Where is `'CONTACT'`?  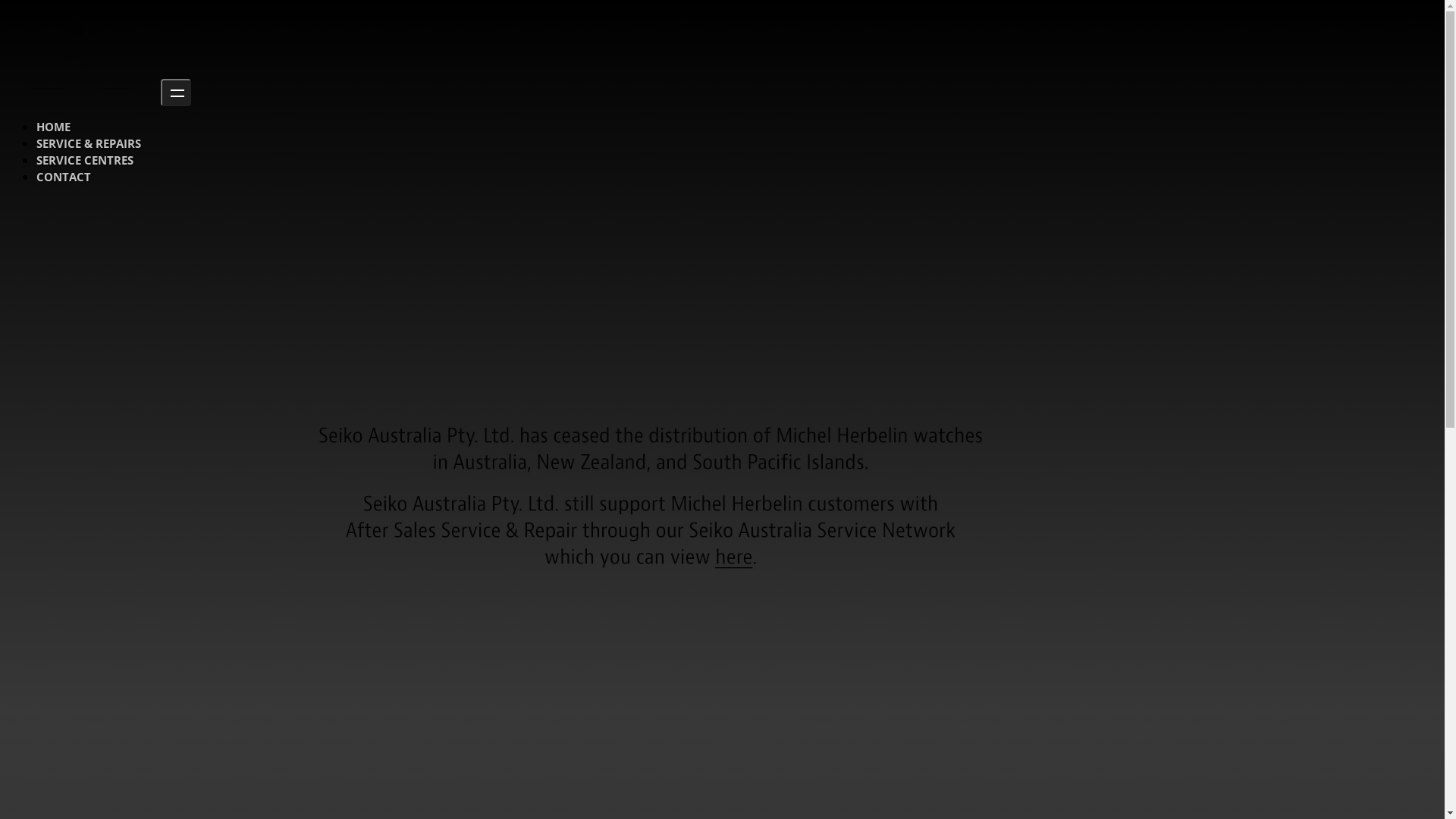 'CONTACT' is located at coordinates (62, 175).